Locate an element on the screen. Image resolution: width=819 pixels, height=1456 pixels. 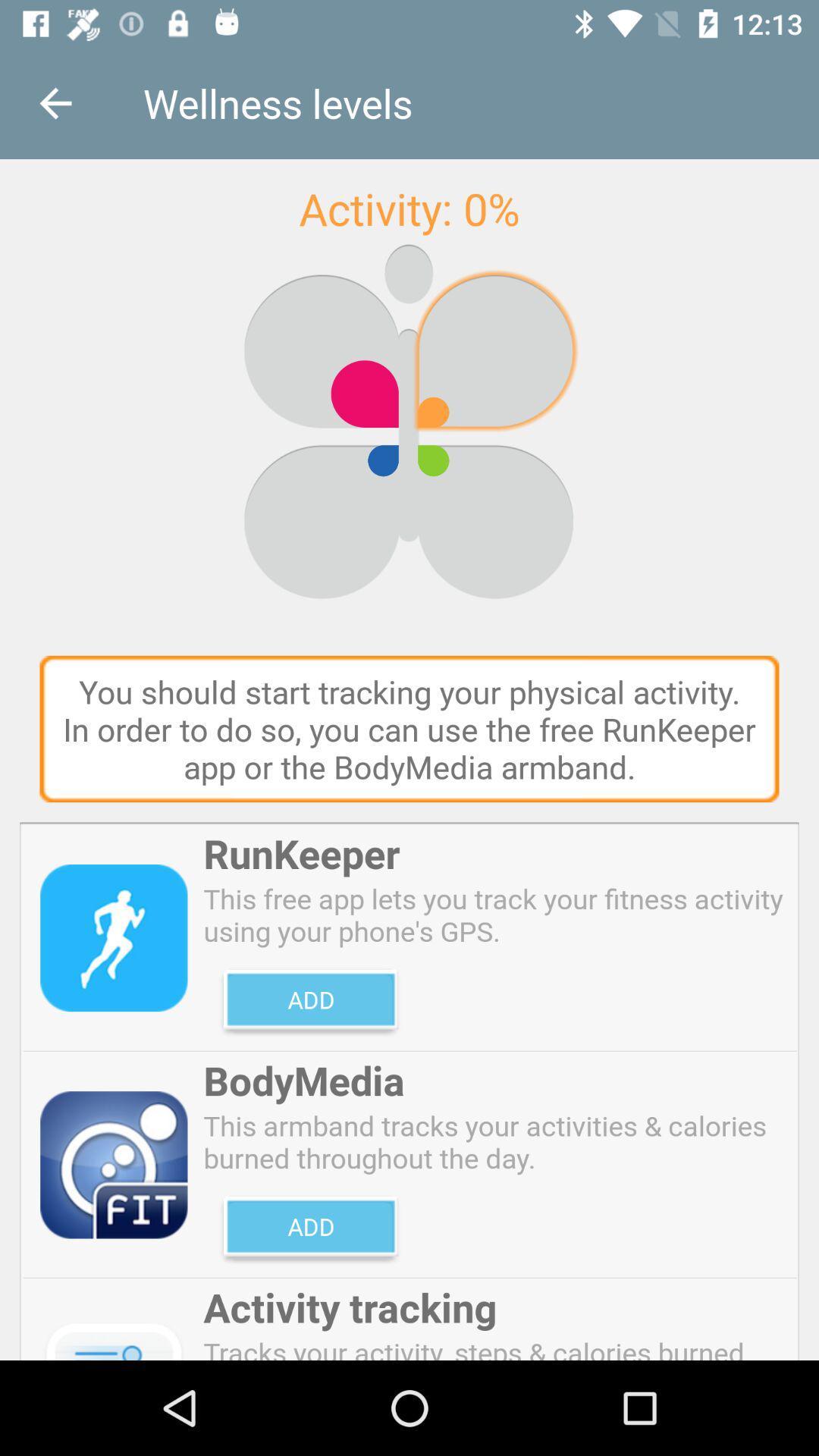
the item next to wellness levels item is located at coordinates (55, 102).